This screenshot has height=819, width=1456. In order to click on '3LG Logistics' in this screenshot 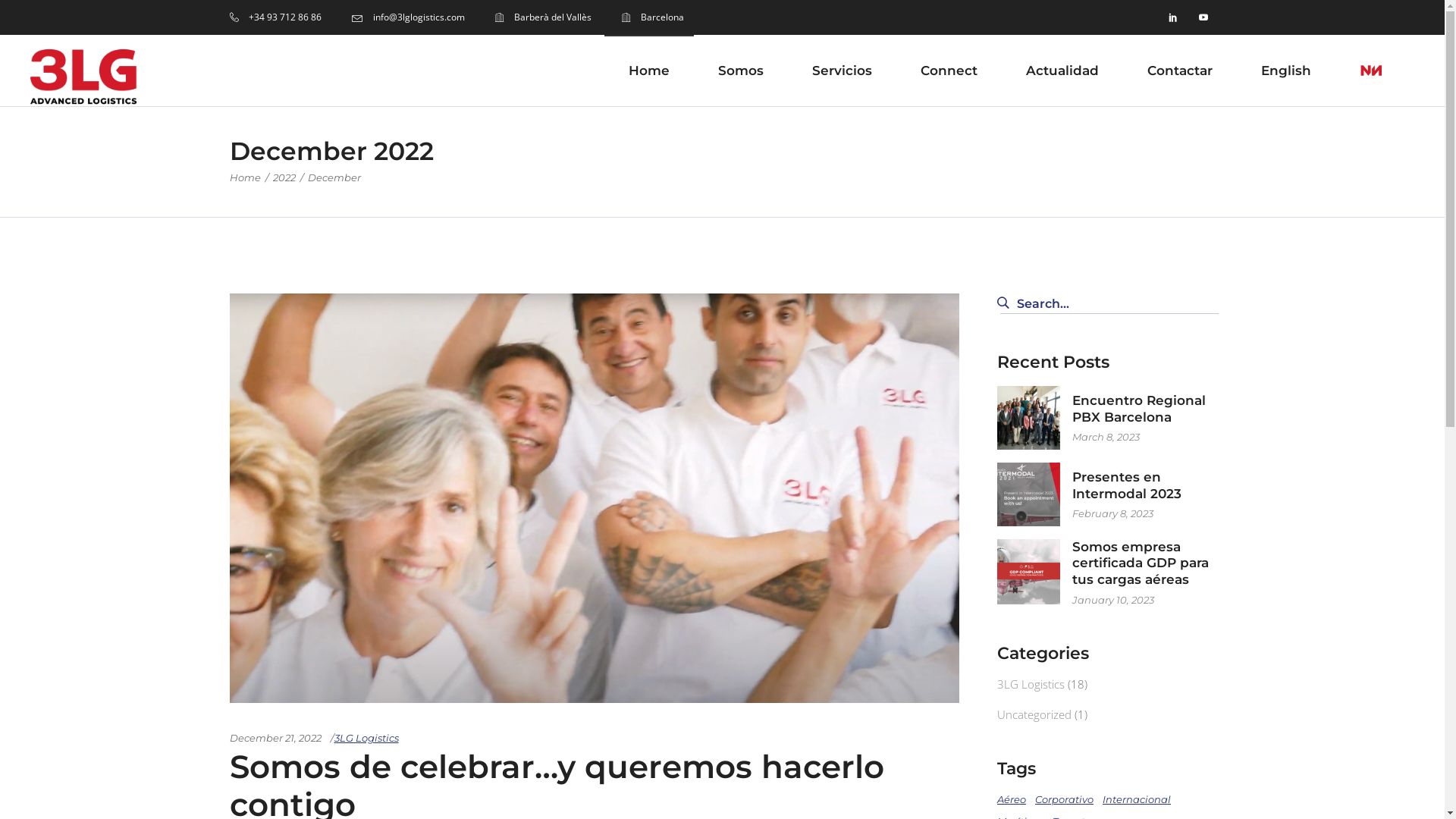, I will do `click(366, 736)`.